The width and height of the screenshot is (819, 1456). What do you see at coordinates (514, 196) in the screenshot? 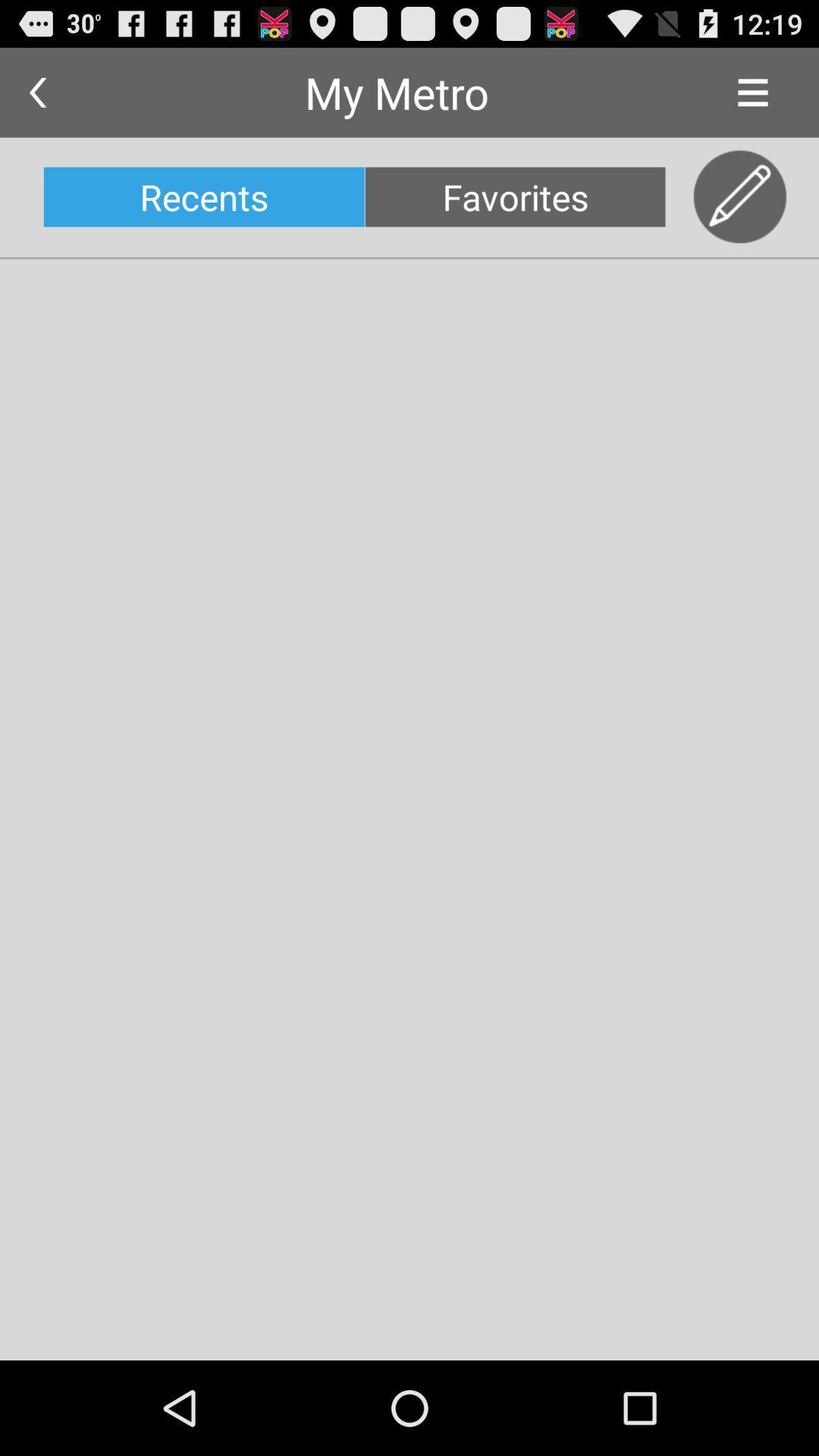
I see `the favorites icon` at bounding box center [514, 196].